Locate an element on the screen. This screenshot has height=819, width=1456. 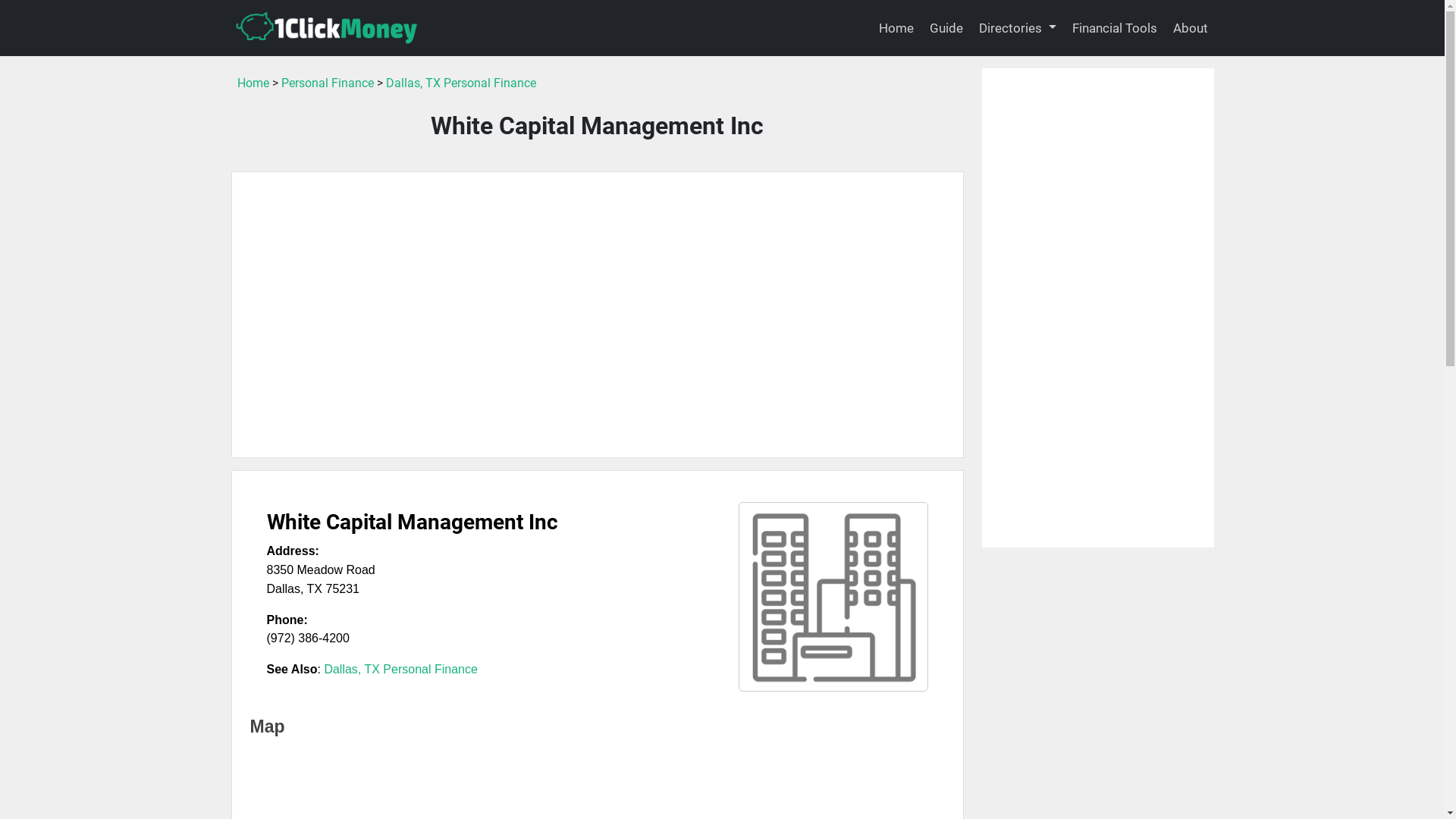
'About' is located at coordinates (1189, 28).